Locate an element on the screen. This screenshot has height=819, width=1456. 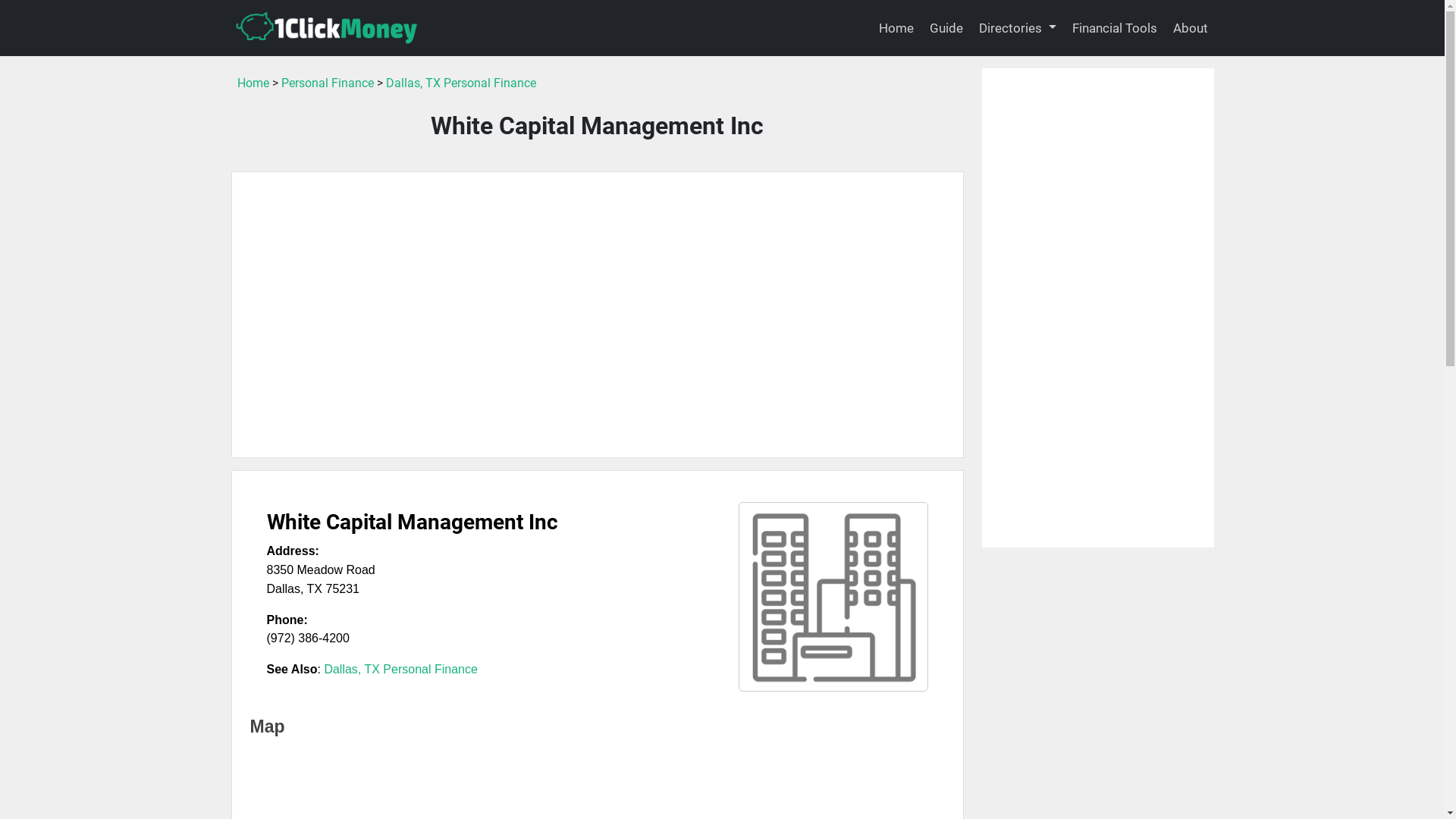
'About' is located at coordinates (1189, 28).